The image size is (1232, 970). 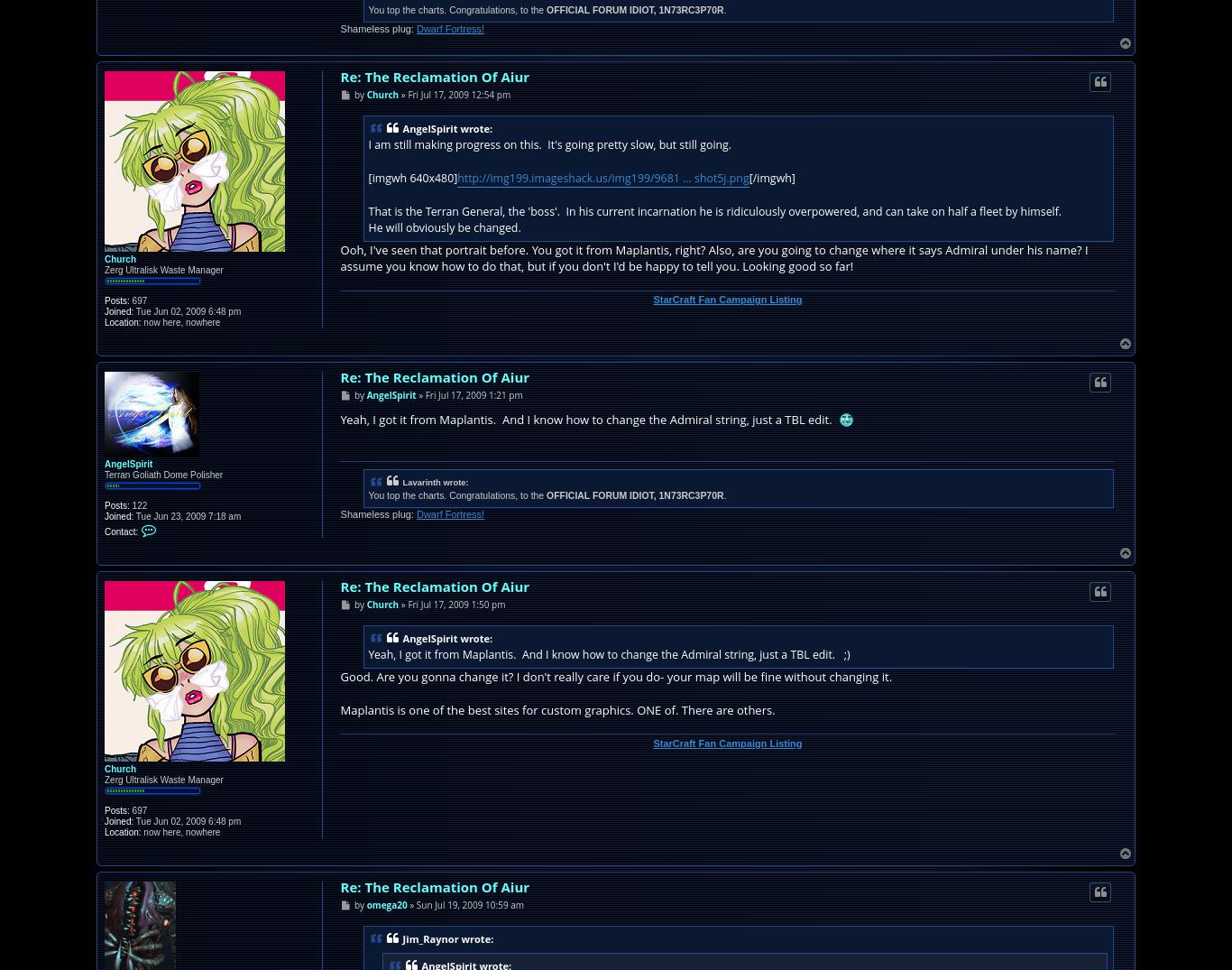 I want to click on 'He will obviously be changed.', so click(x=444, y=227).